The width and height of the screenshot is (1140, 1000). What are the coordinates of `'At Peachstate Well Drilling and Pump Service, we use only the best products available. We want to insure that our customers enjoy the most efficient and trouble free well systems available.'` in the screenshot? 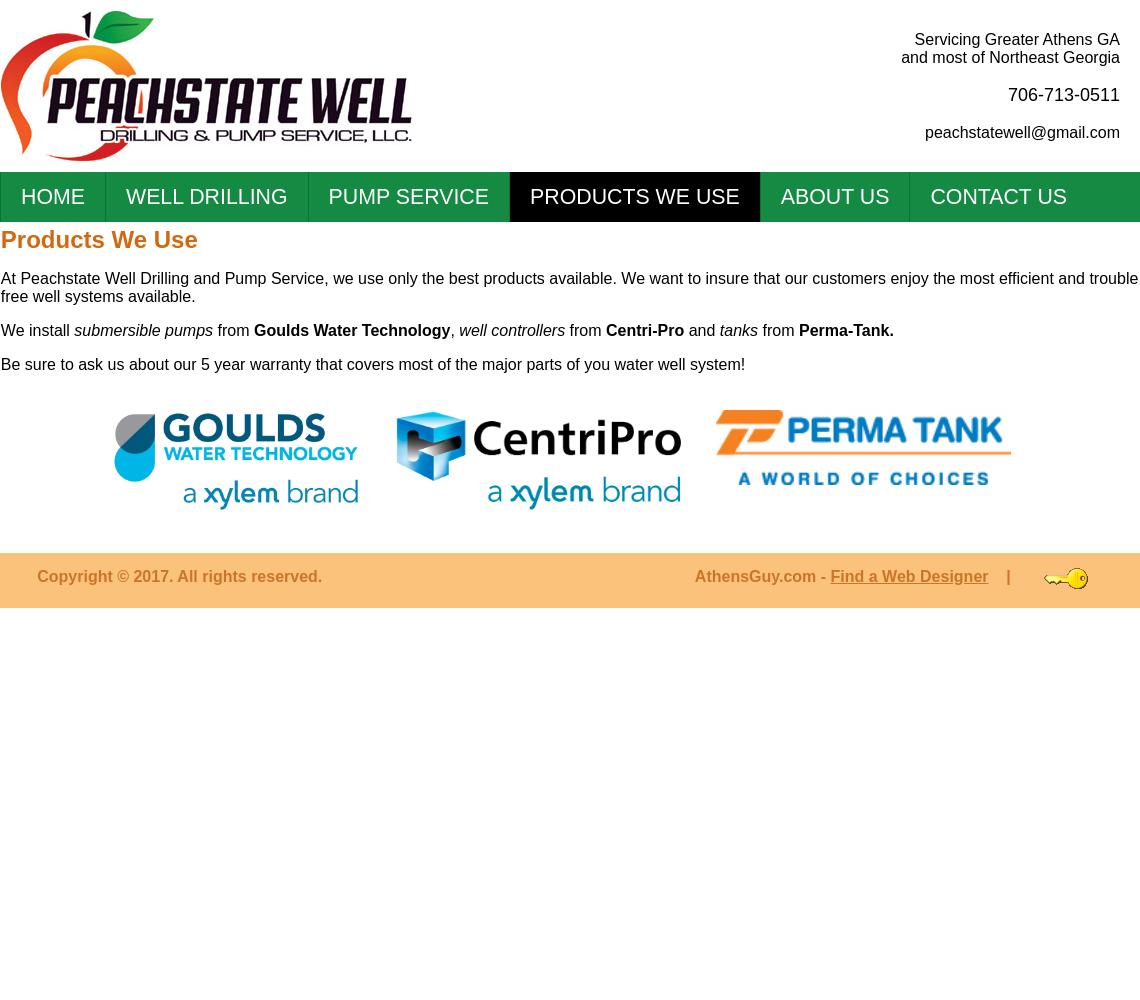 It's located at (0, 287).